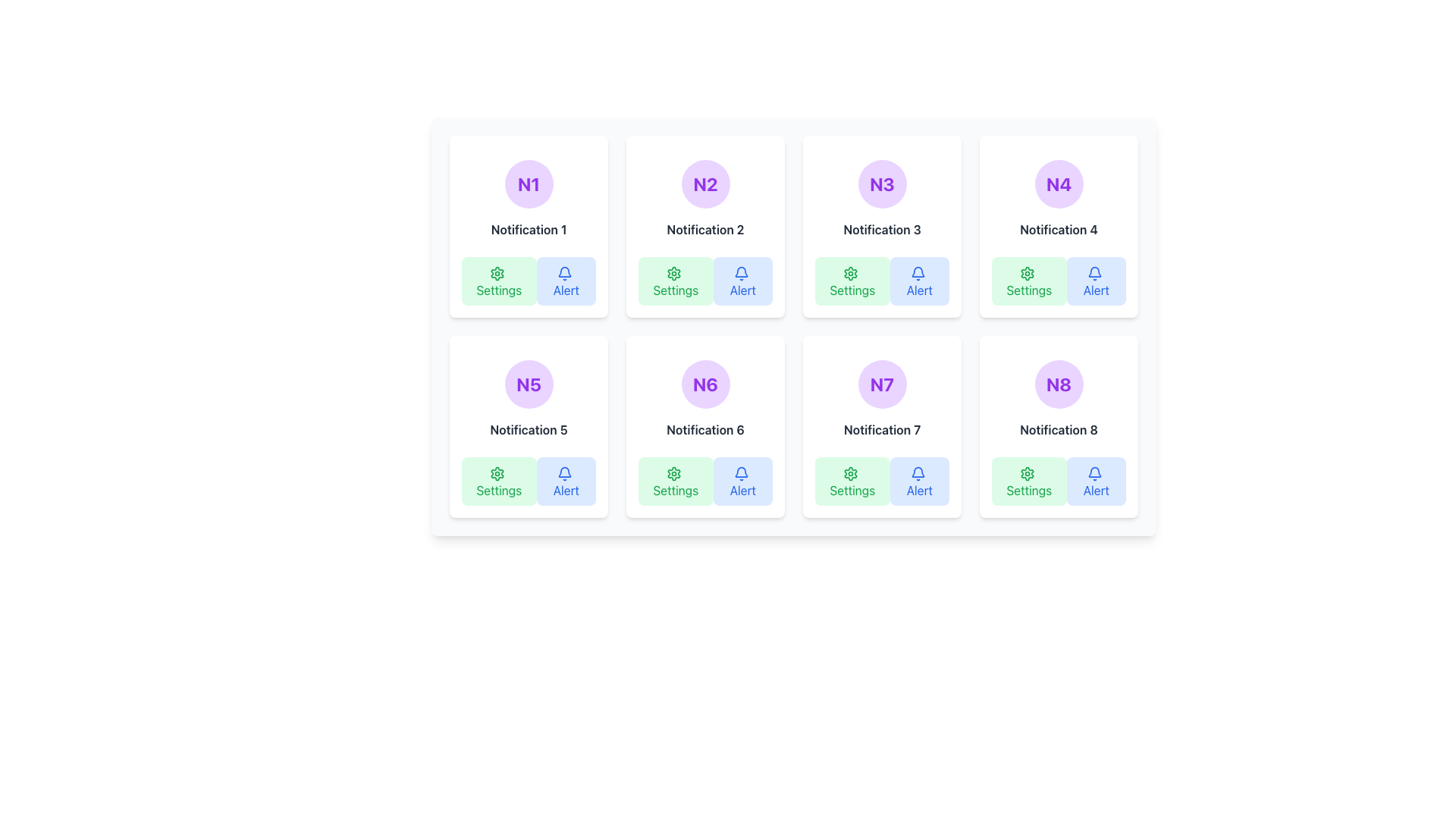  I want to click on the blue bell icon, which represents alerts or notifications, located within the 'Alert' button under the notification card labeled 'Notification 3', so click(917, 273).